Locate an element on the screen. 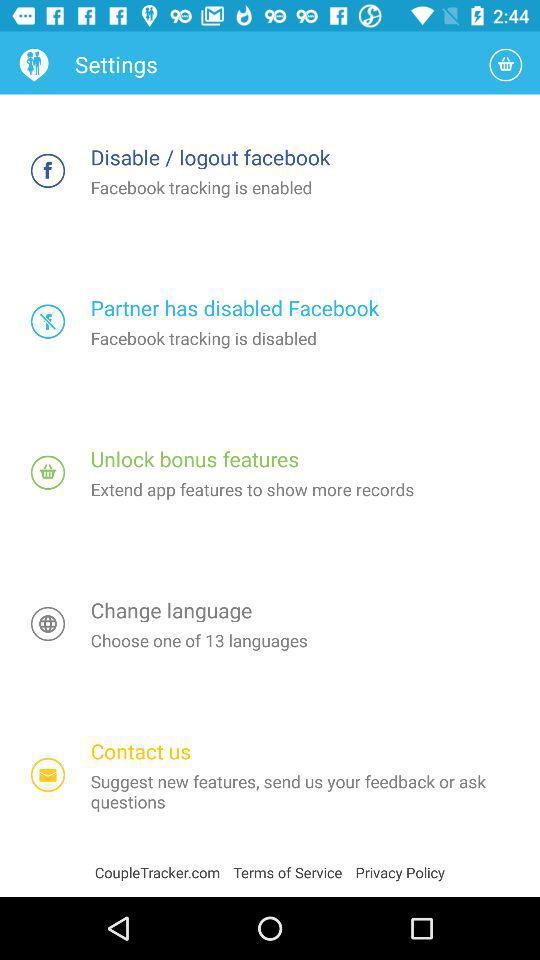 This screenshot has height=960, width=540. enable or disable facebook is located at coordinates (48, 321).